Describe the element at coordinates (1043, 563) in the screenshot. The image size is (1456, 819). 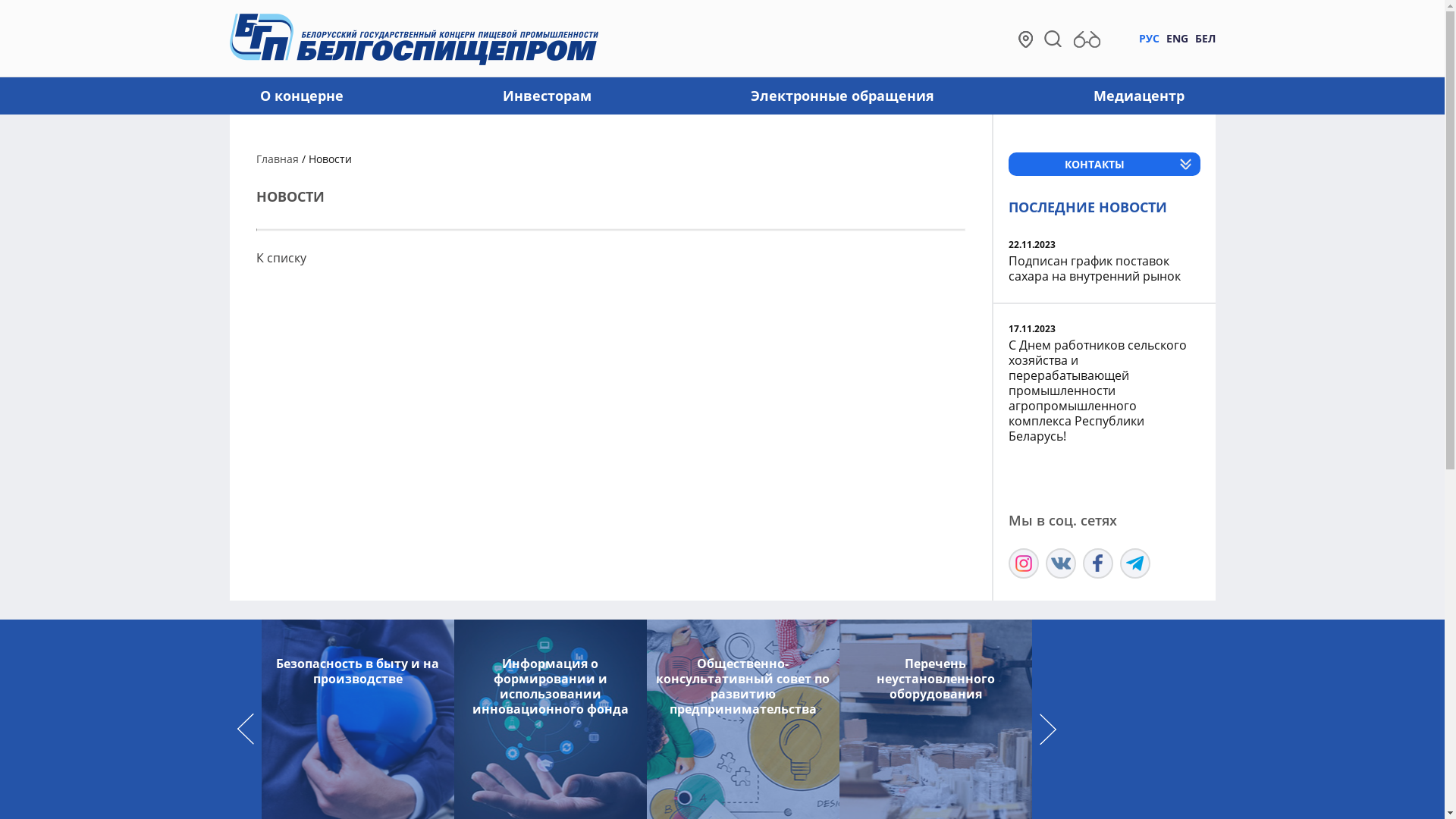
I see `'Vk'` at that location.